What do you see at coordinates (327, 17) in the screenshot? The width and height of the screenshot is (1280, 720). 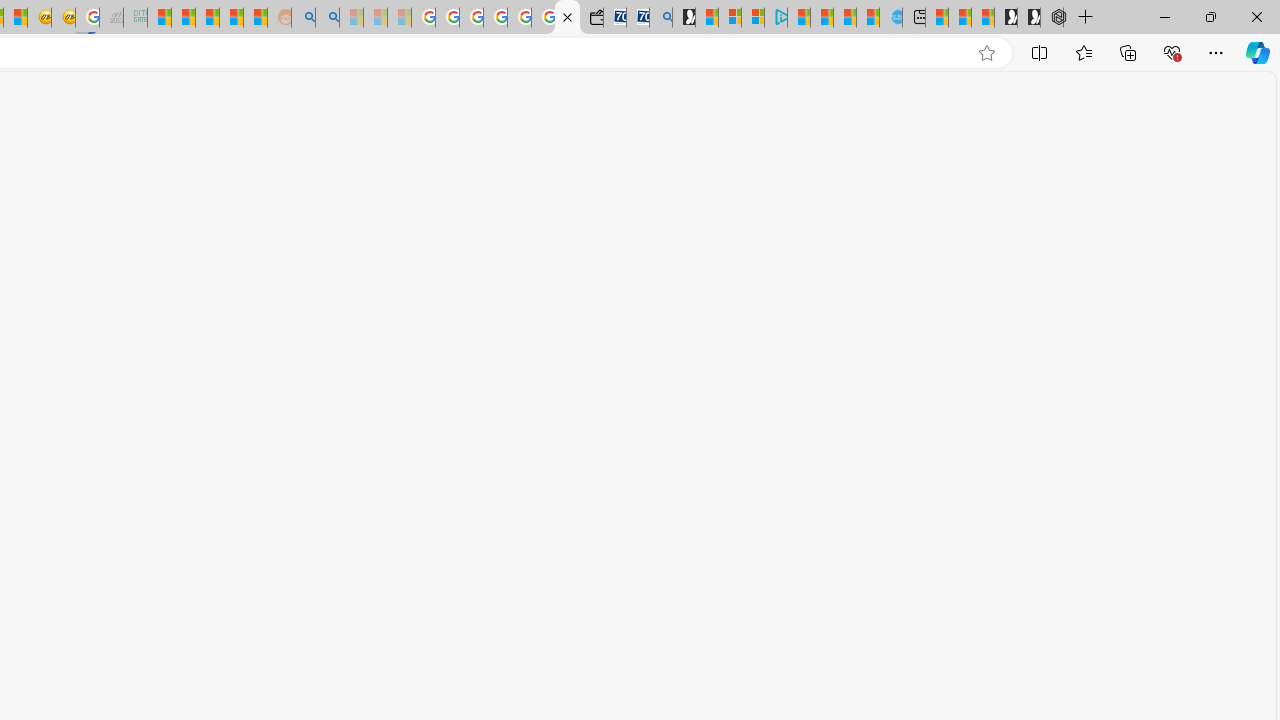 I see `'Utah sues federal government - Search'` at bounding box center [327, 17].